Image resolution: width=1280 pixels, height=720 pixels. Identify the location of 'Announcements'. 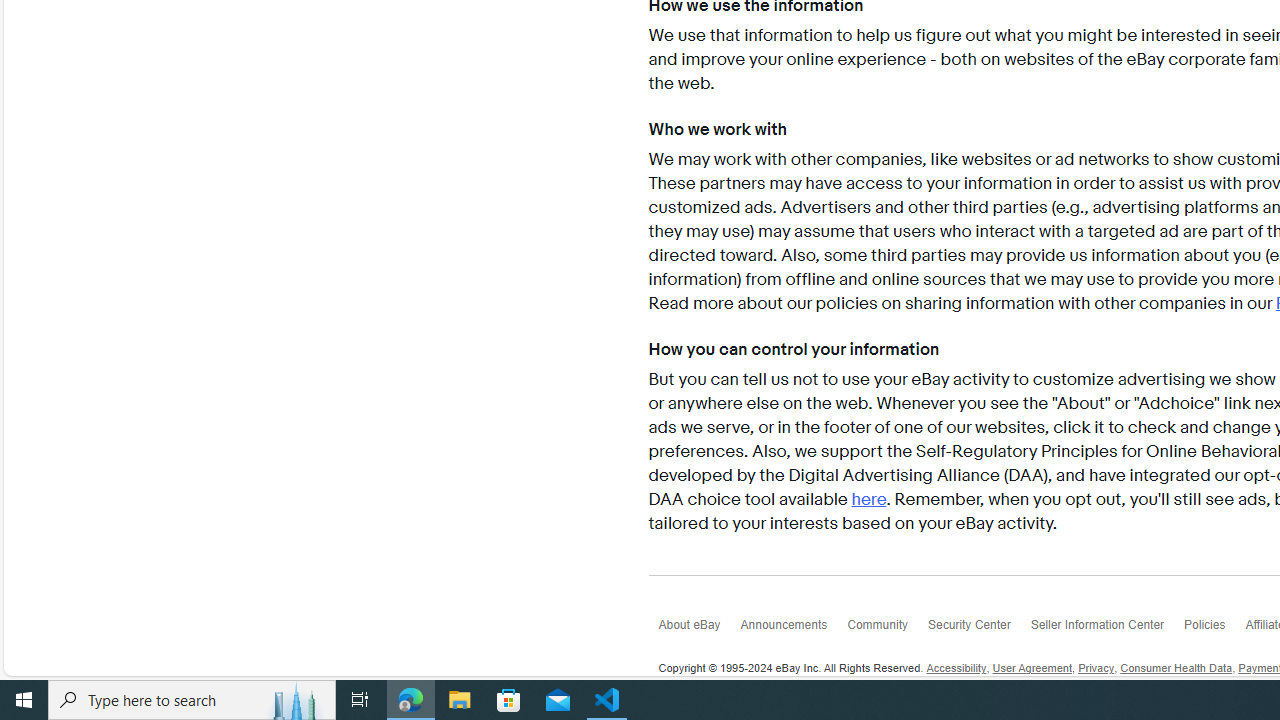
(792, 628).